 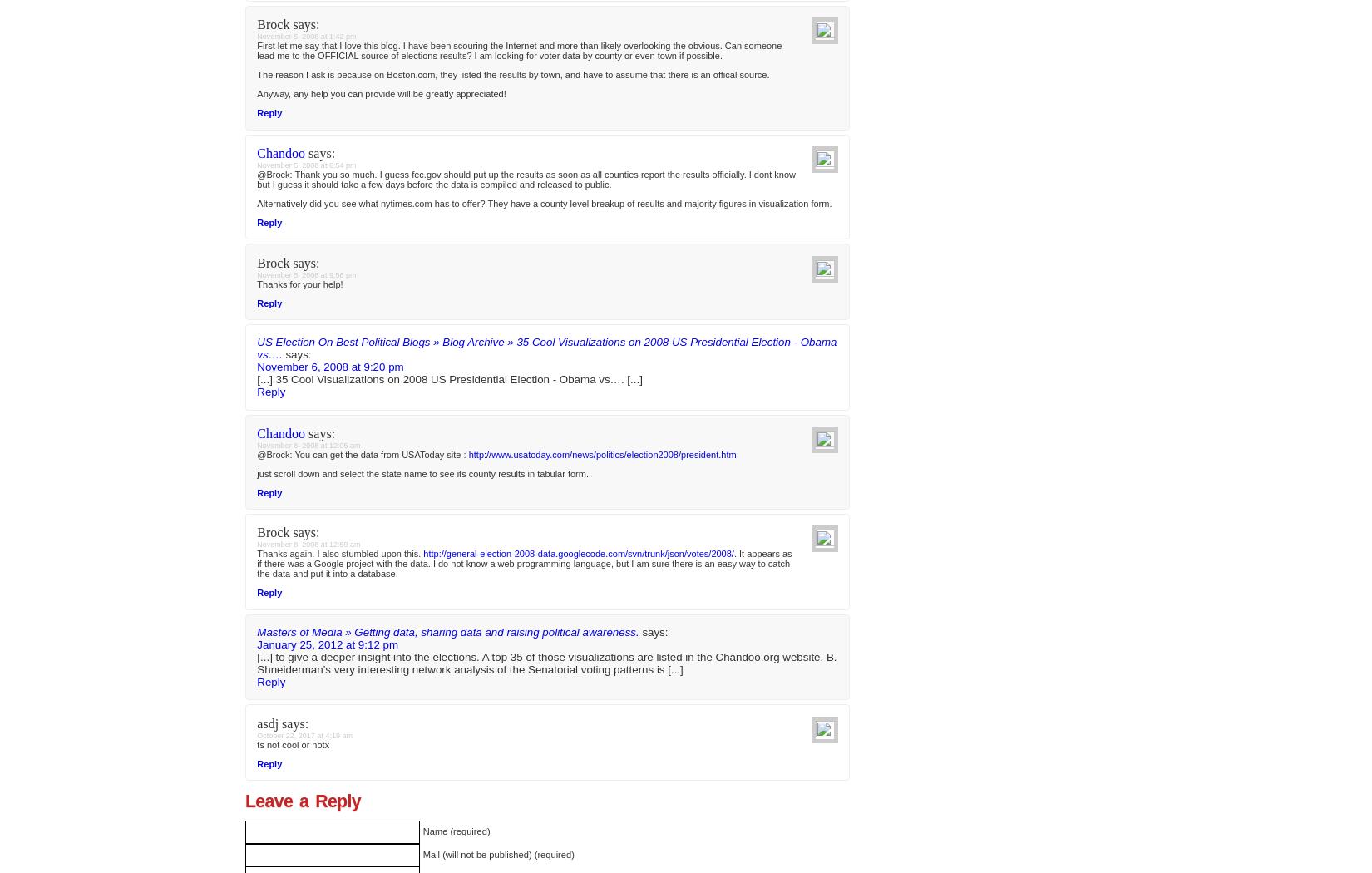 I want to click on '[...] Red vs. Blue - 35 Cool Visualizations on 2008 US Presidential Election Perspctv - another Election Tracking Site. Presidential Watch - what various websites are saying. The Economist’s pole - Economists prefer Obama over McCain. NYTimes - Poll Tracker. Gallup poll tracker… Google Maps Projections Tracker … [...]', so click(x=541, y=293).